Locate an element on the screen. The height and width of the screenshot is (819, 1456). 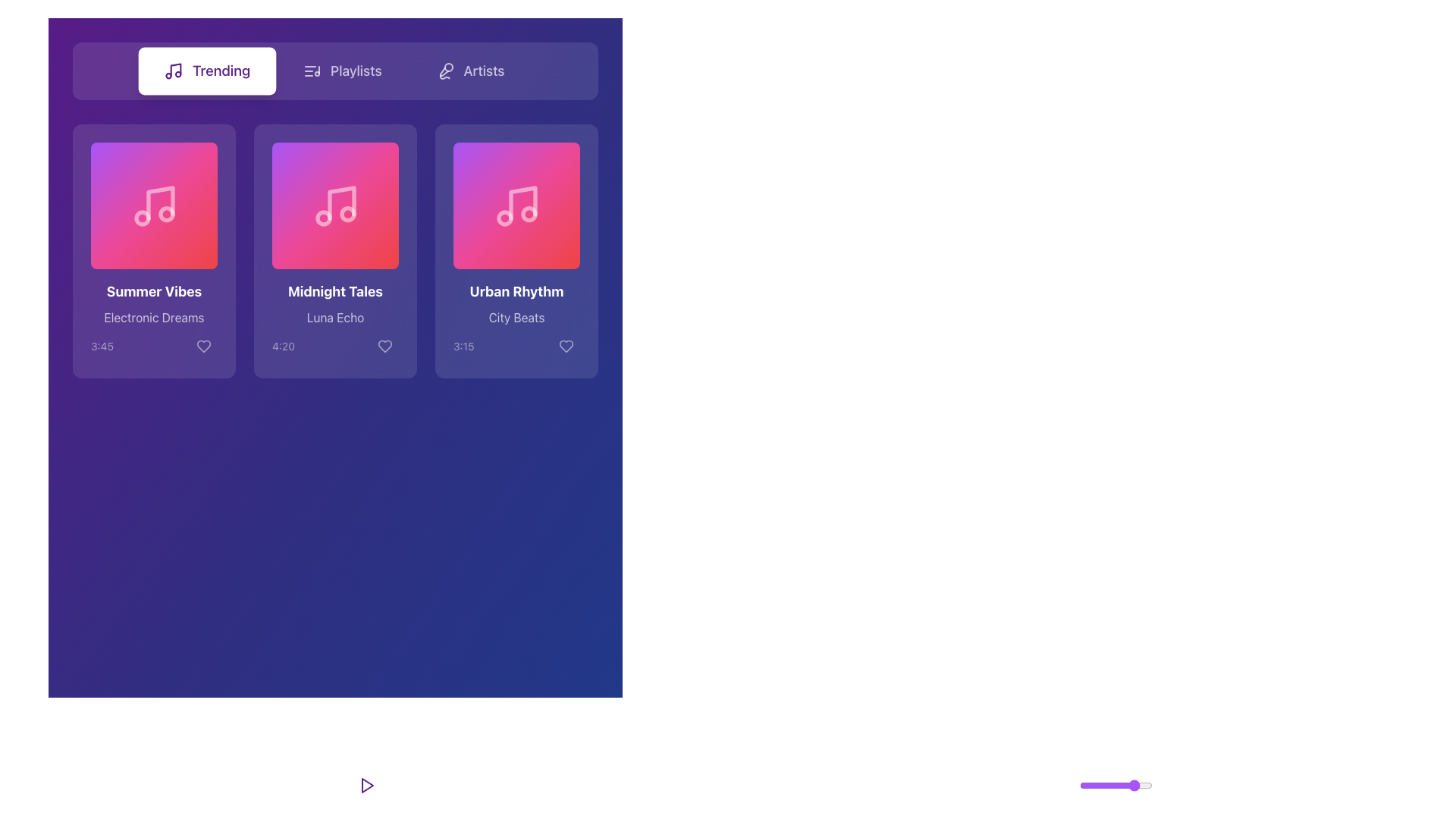
the slider is located at coordinates (1094, 785).